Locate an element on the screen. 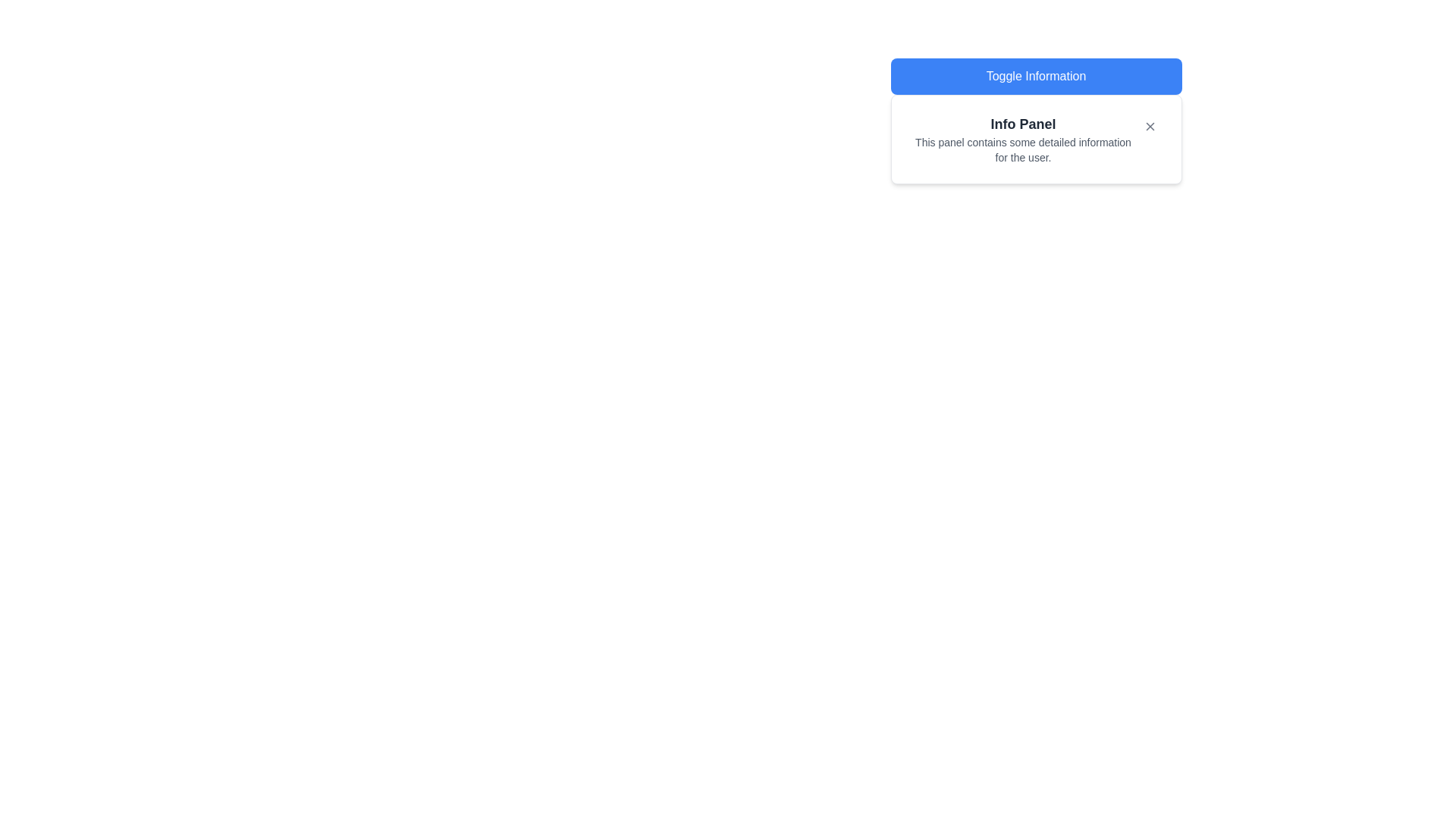 This screenshot has width=1456, height=819. the text label displaying 'This panel contains some detailed information for the user.' which is located below the 'Info Panel' header in the card interface is located at coordinates (1023, 149).